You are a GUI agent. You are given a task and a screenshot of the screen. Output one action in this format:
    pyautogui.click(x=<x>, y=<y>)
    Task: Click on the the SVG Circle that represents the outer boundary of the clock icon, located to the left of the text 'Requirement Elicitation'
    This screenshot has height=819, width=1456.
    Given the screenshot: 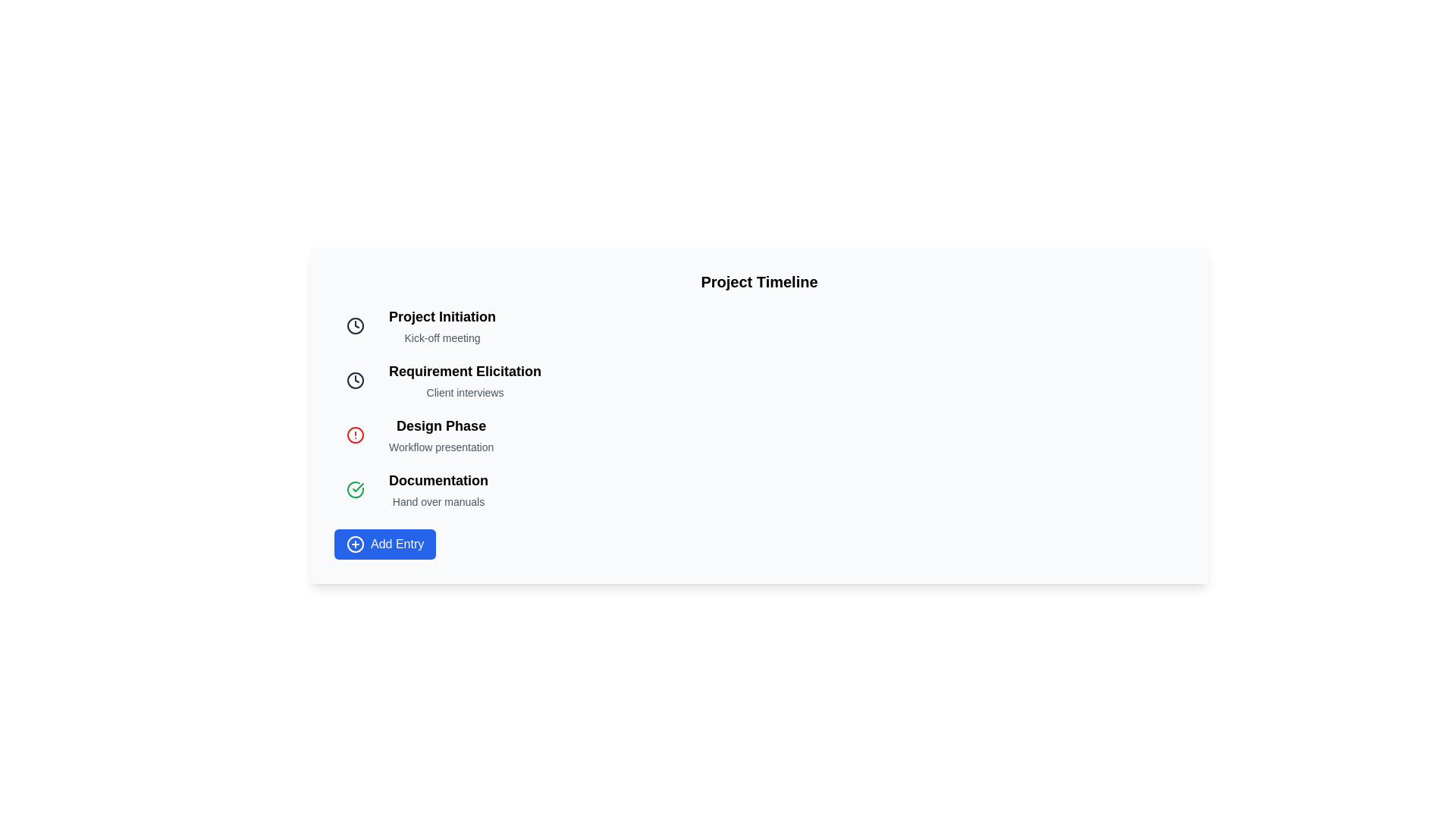 What is the action you would take?
    pyautogui.click(x=355, y=379)
    